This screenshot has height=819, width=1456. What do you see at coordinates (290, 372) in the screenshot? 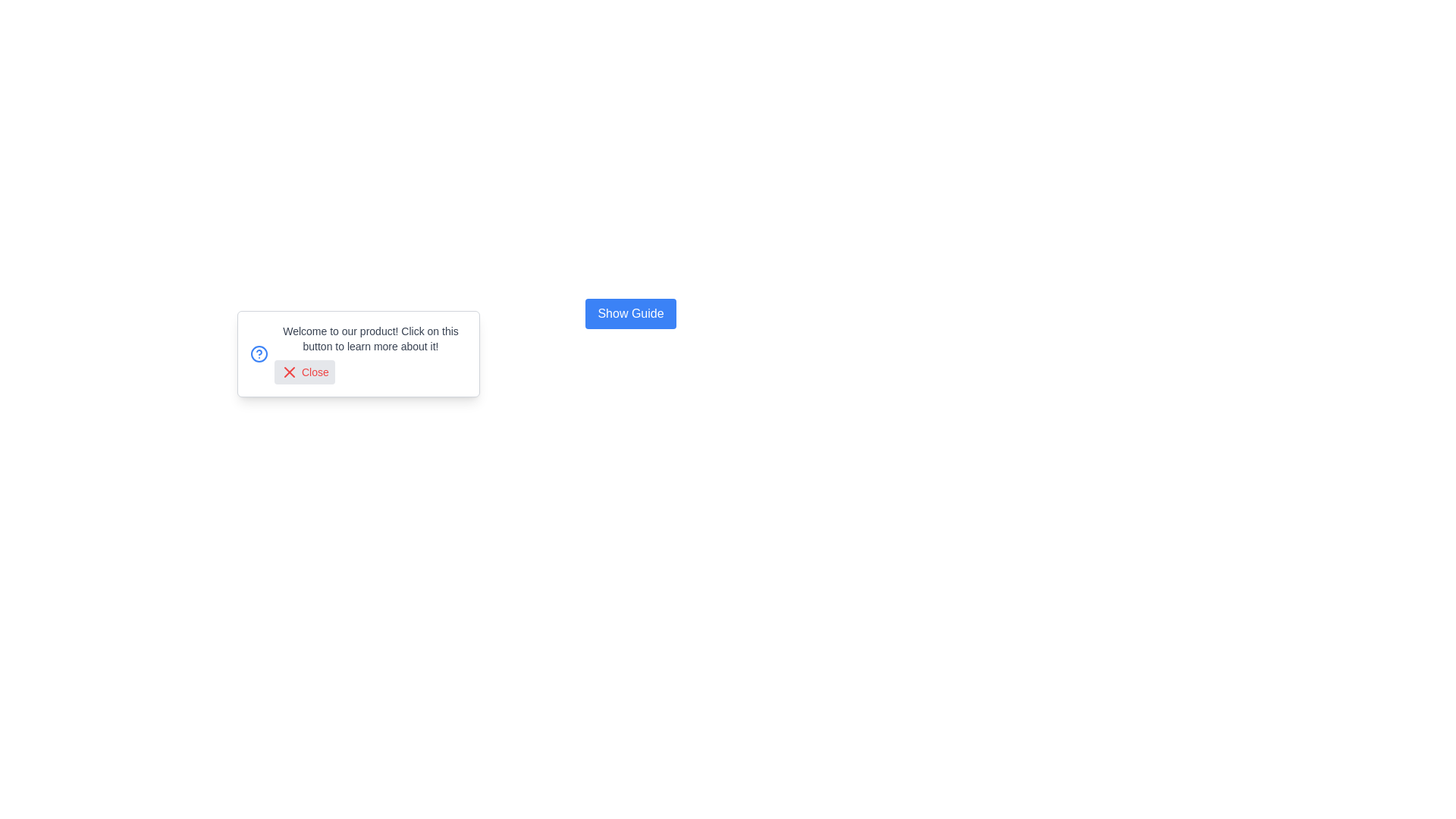
I see `the close icon located to the left of the 'Close' label, which is styled with red text on a gray background` at bounding box center [290, 372].